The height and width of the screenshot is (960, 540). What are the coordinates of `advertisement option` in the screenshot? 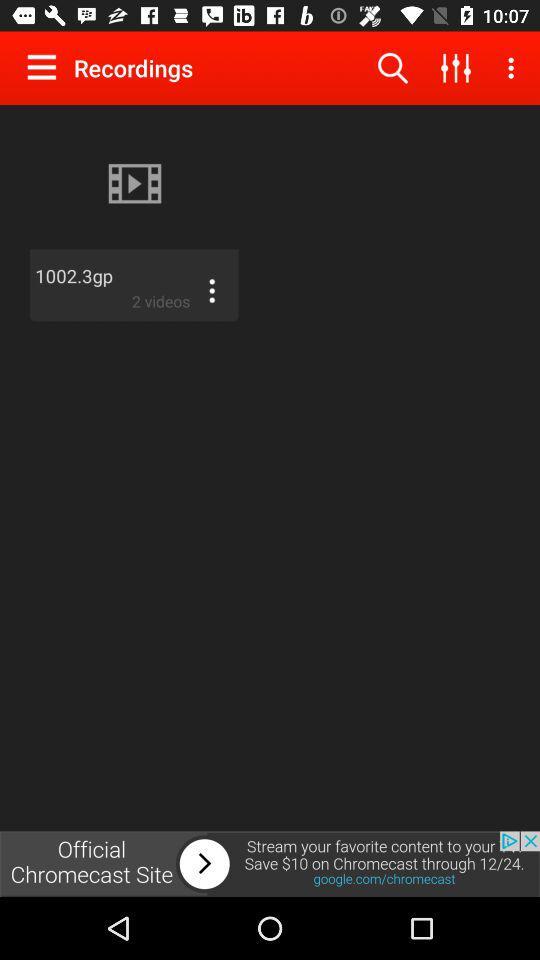 It's located at (270, 863).